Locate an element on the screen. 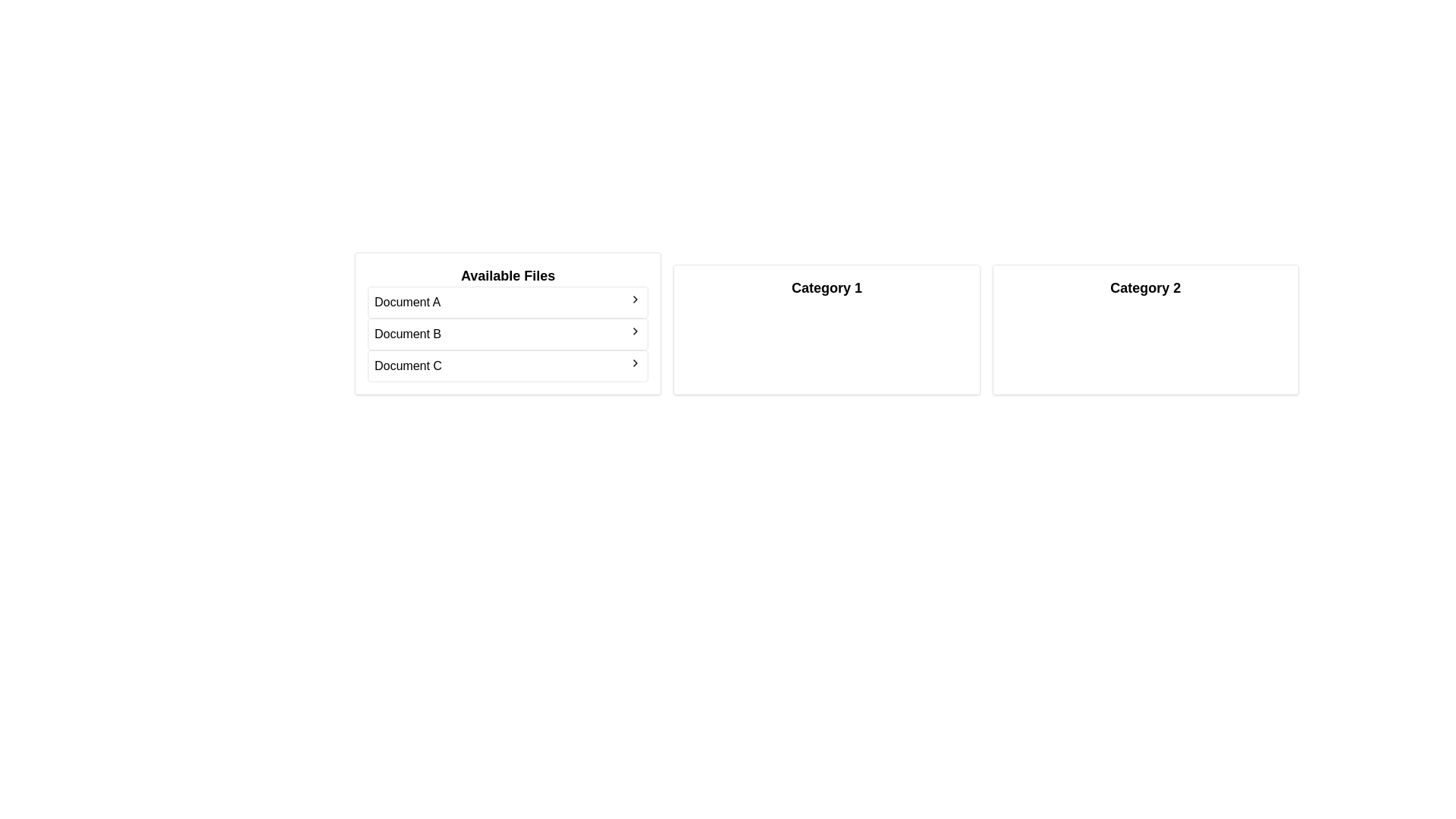  arrow next to the file Document B to transfer it to the category is located at coordinates (635, 330).